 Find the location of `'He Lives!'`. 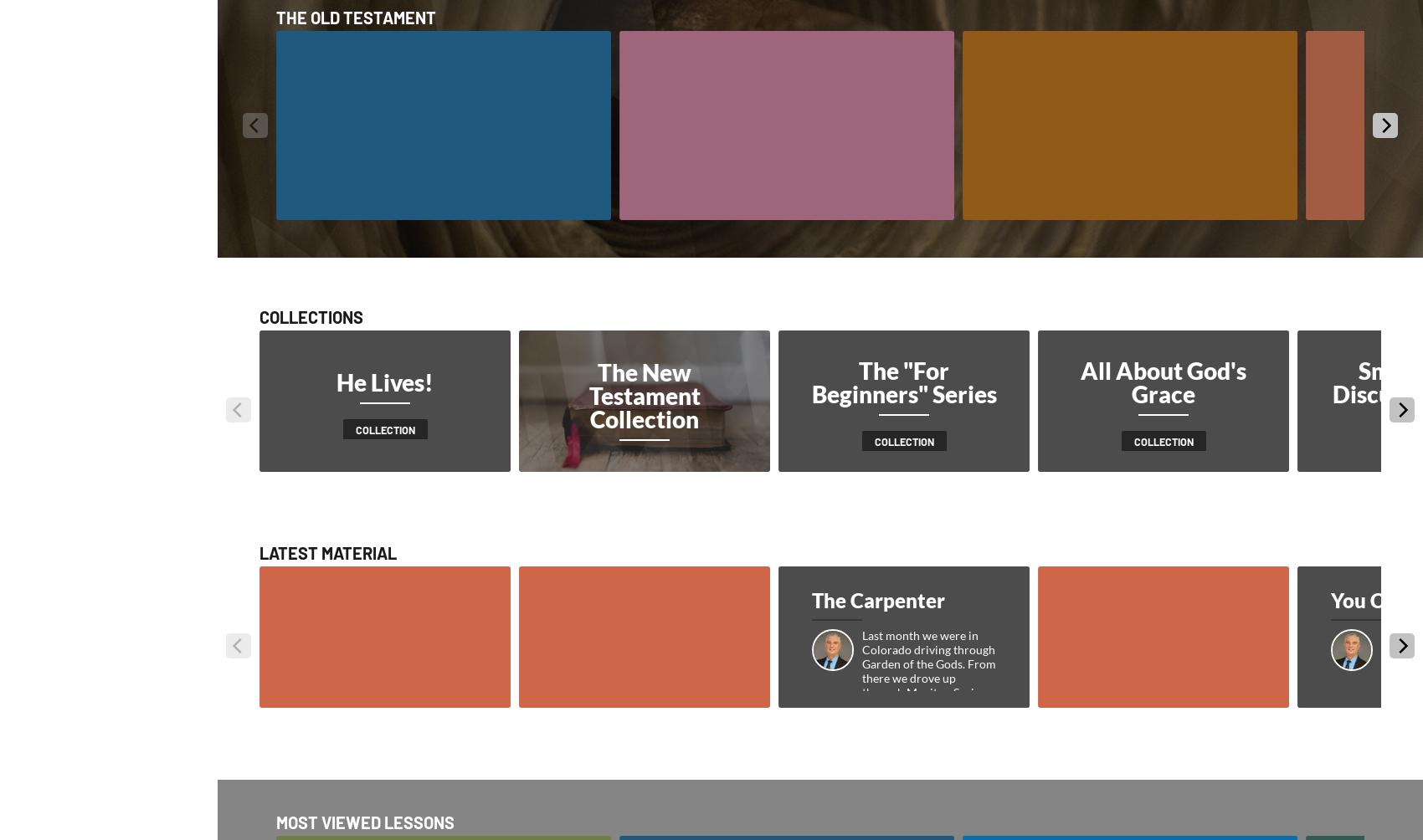

'He Lives!' is located at coordinates (336, 382).